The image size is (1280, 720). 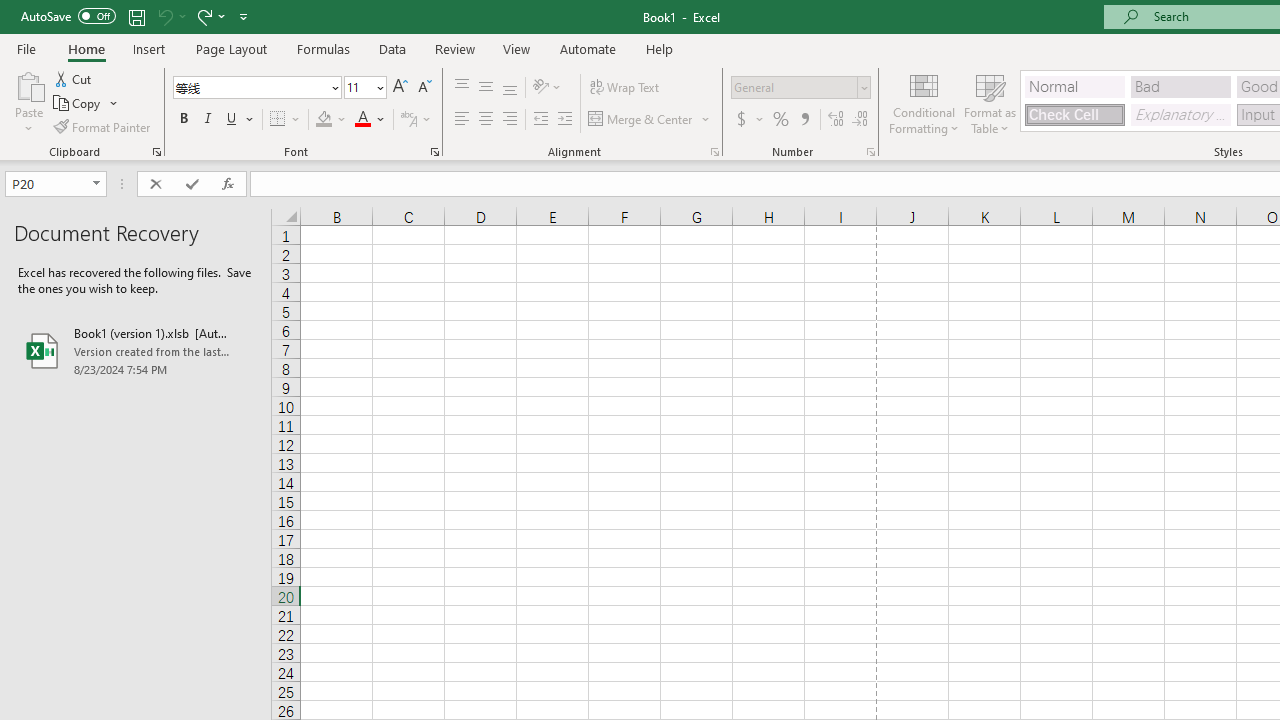 What do you see at coordinates (155, 150) in the screenshot?
I see `'Office Clipboard...'` at bounding box center [155, 150].